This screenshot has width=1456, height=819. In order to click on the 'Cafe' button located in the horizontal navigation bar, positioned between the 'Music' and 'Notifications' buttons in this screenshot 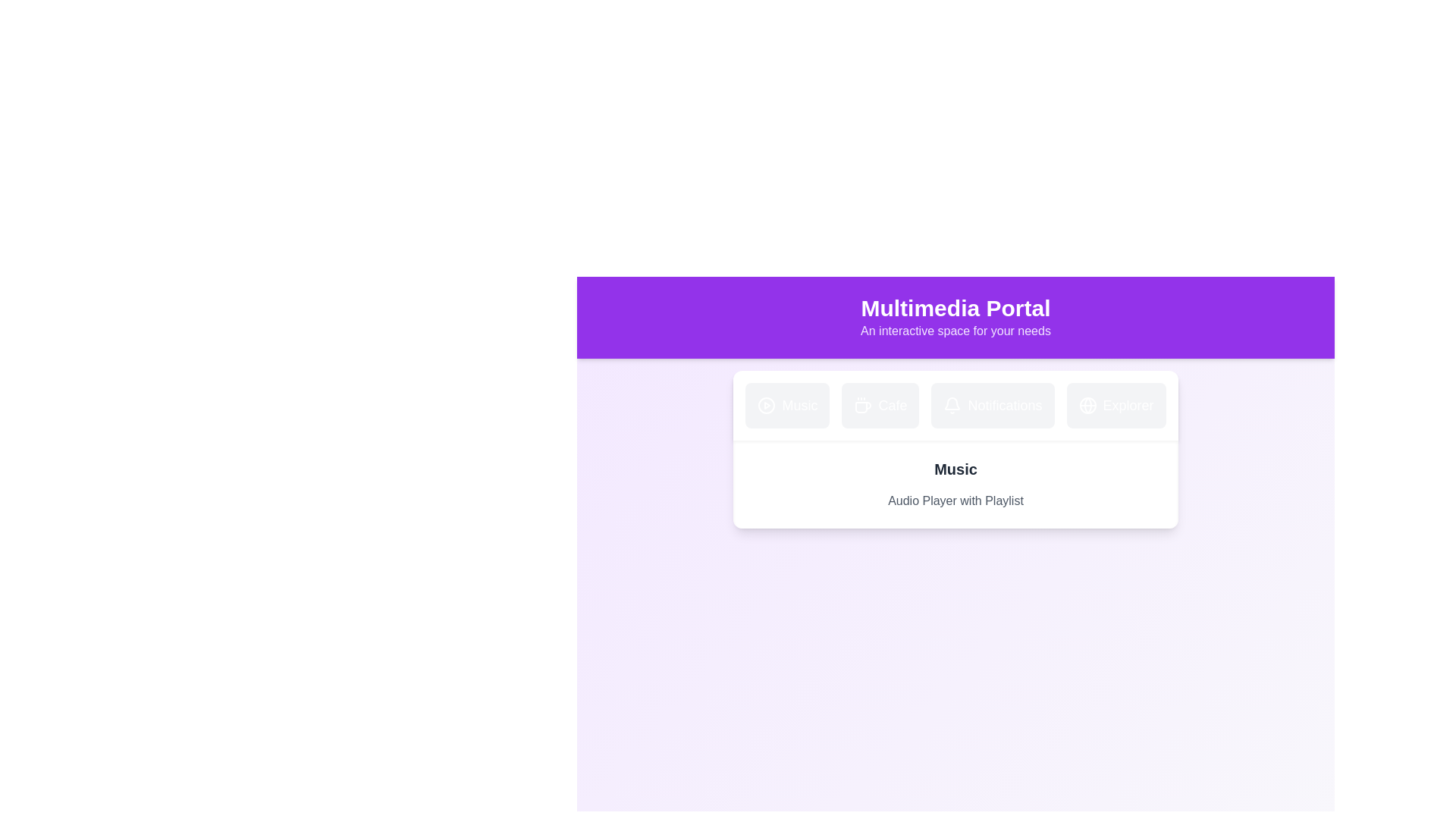, I will do `click(880, 405)`.